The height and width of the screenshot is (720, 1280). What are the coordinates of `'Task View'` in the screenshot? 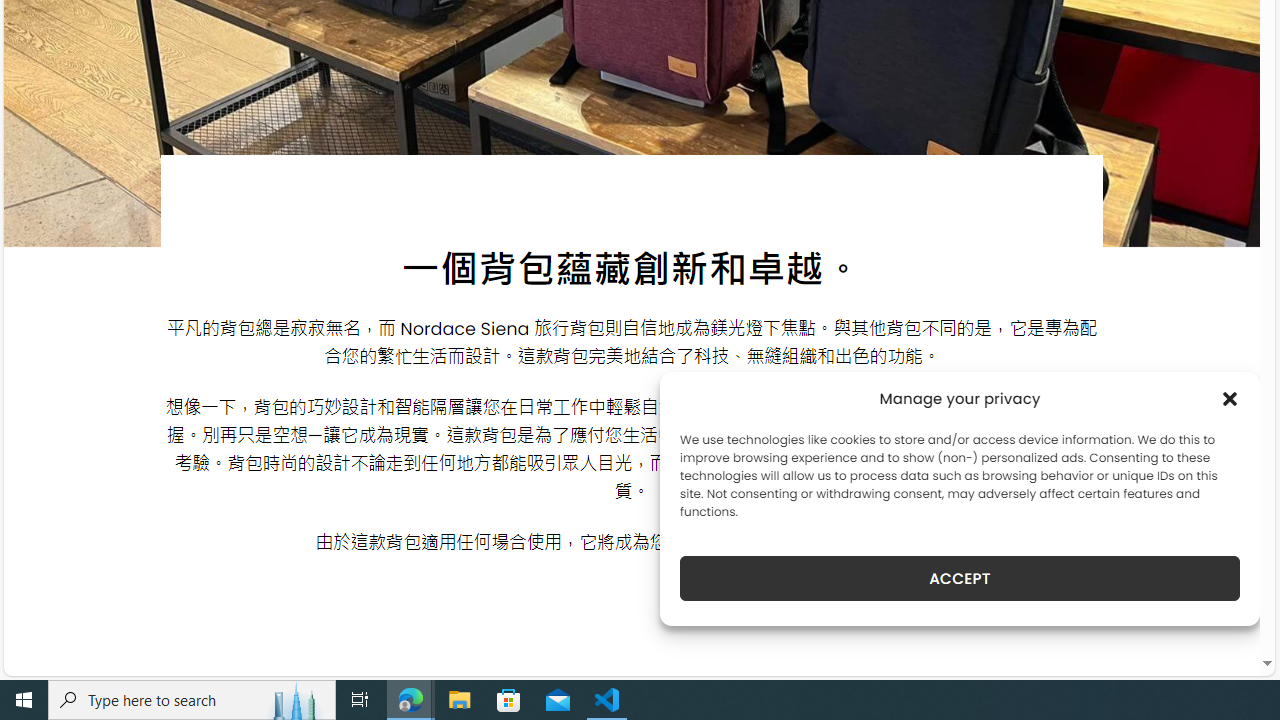 It's located at (359, 698).